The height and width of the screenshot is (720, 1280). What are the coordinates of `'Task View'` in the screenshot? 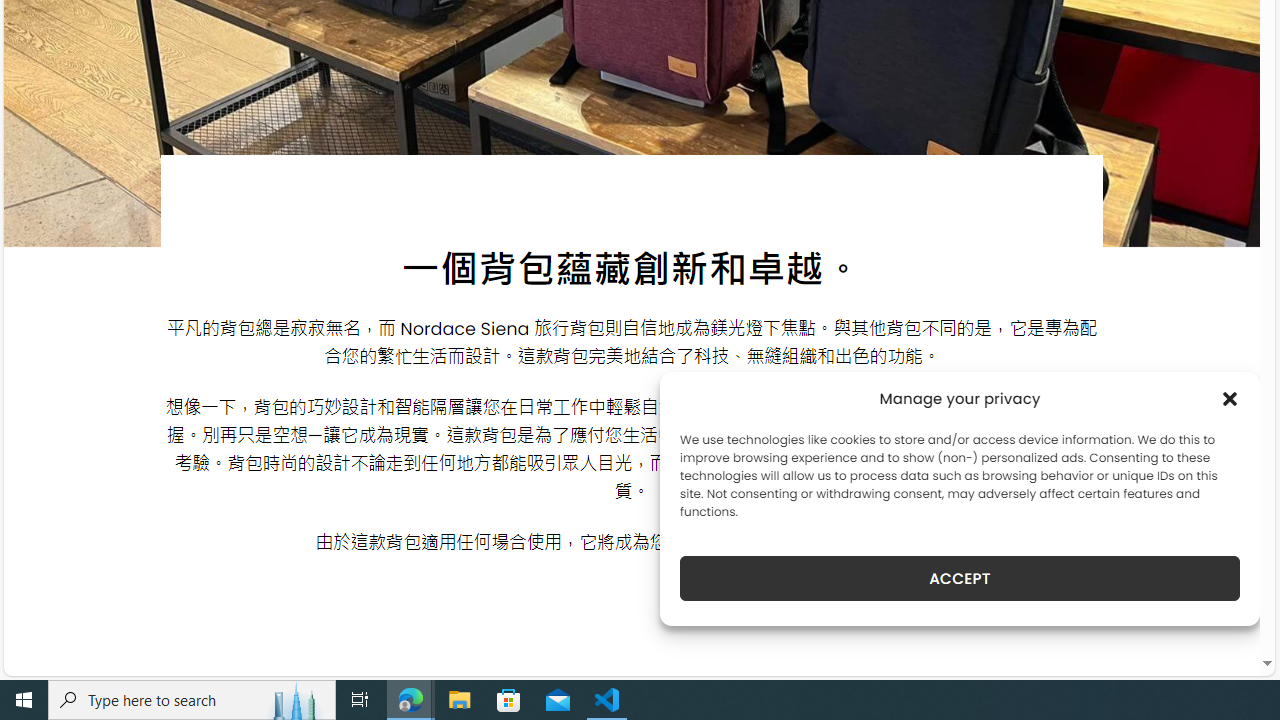 It's located at (359, 698).